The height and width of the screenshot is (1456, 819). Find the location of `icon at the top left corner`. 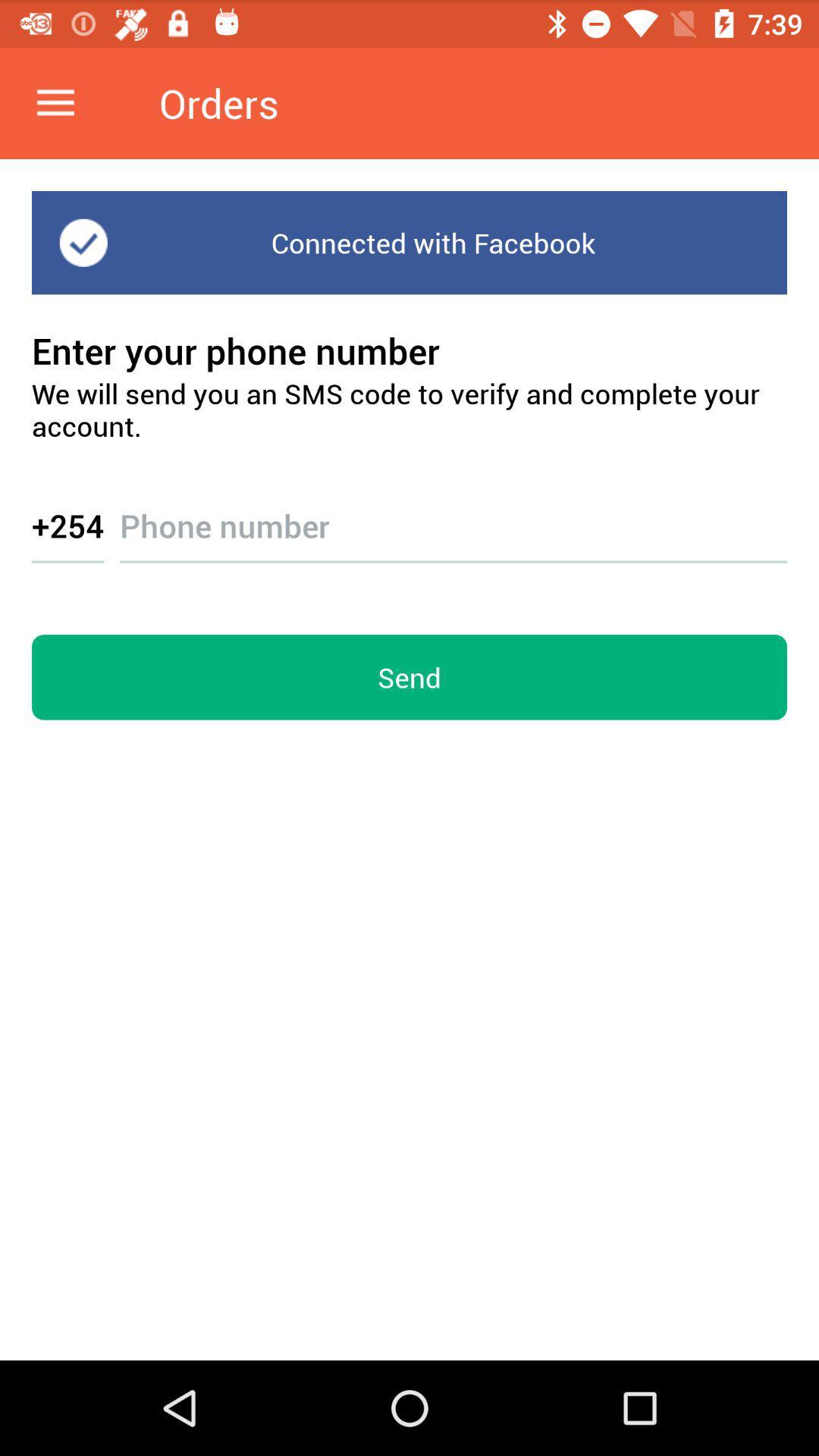

icon at the top left corner is located at coordinates (55, 102).